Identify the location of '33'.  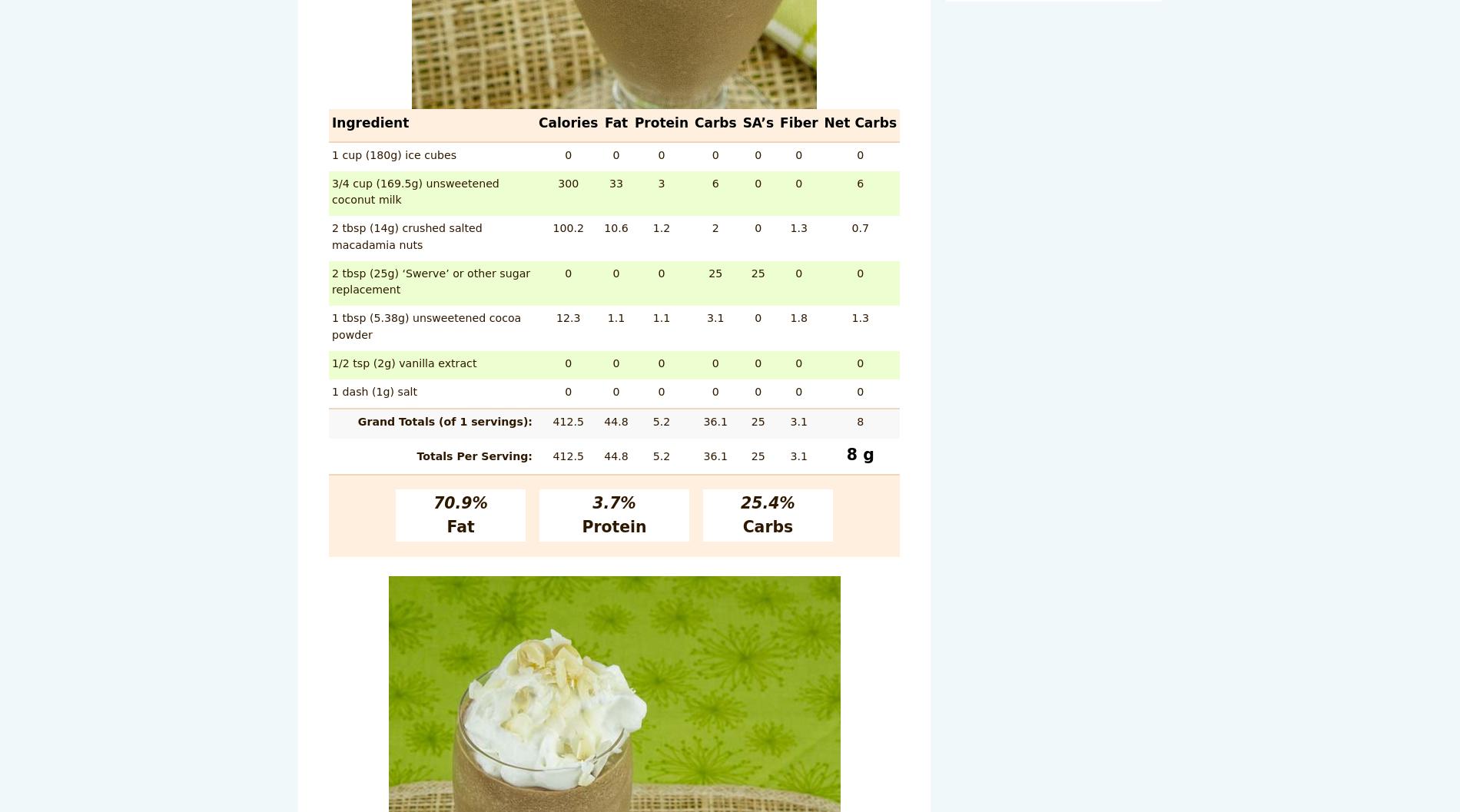
(615, 182).